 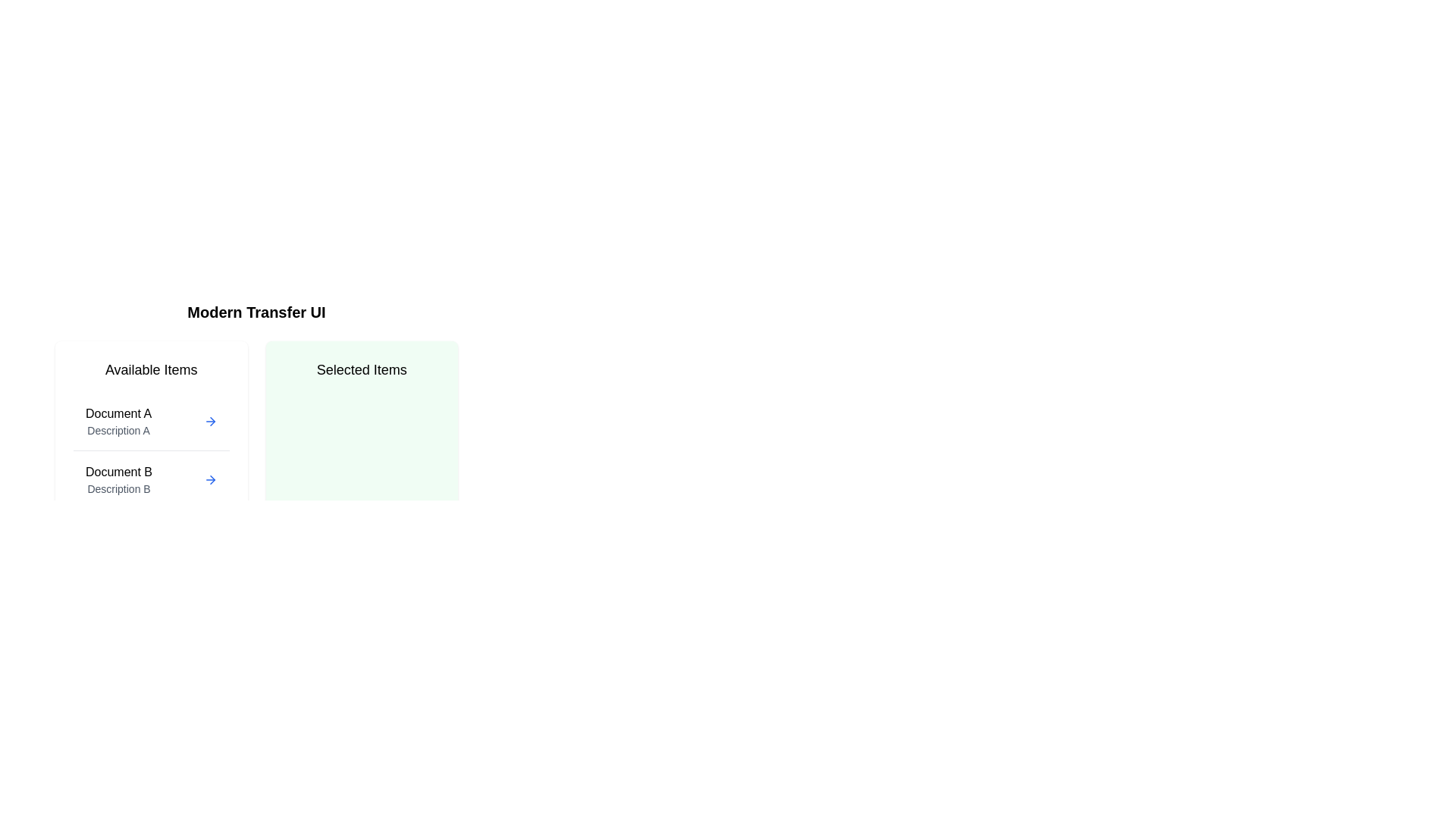 I want to click on the text label displaying 'Description A' located in the 'Available Items' section, beneath the 'Document A' label, so click(x=118, y=430).